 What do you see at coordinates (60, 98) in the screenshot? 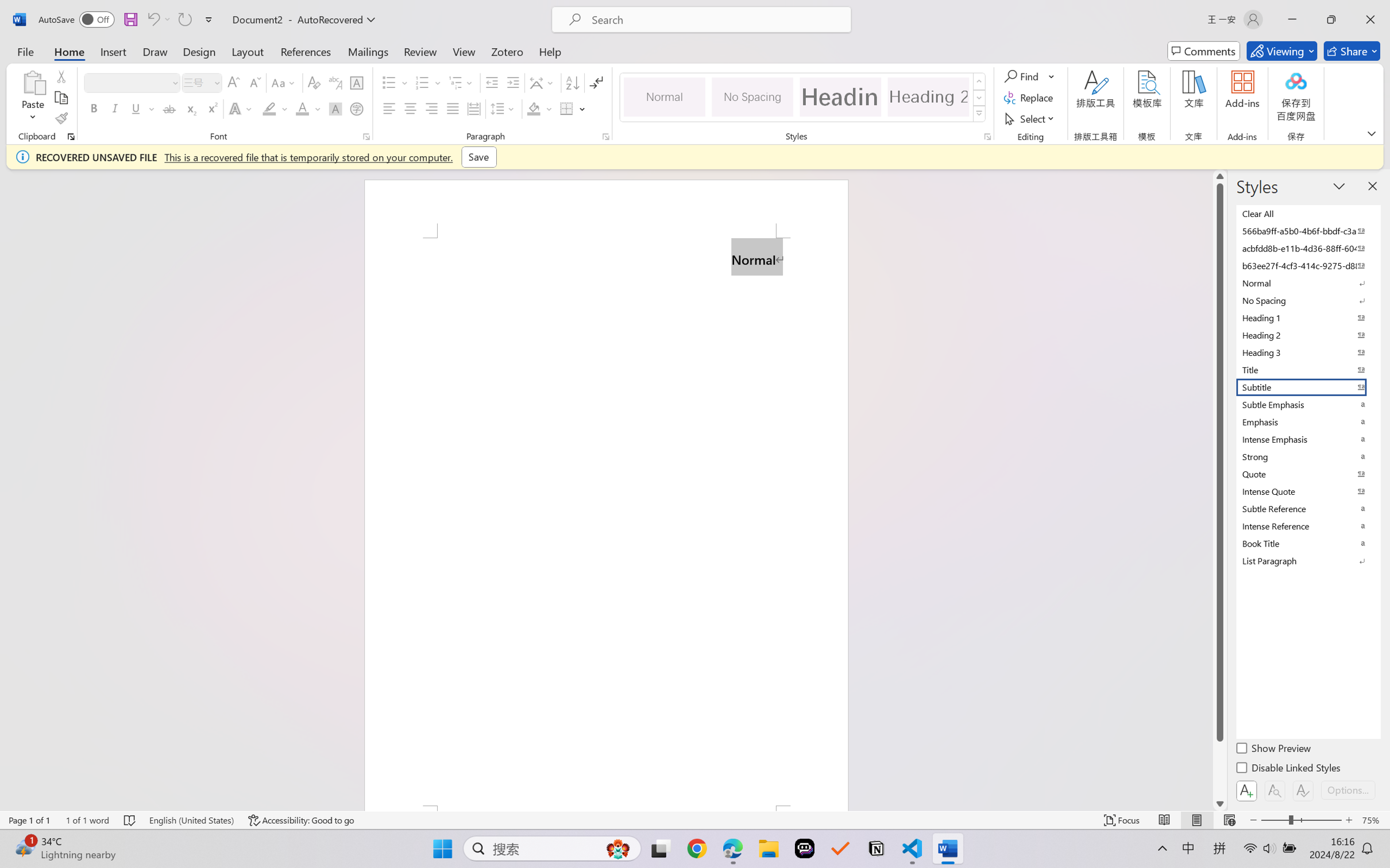
I see `'Copy'` at bounding box center [60, 98].